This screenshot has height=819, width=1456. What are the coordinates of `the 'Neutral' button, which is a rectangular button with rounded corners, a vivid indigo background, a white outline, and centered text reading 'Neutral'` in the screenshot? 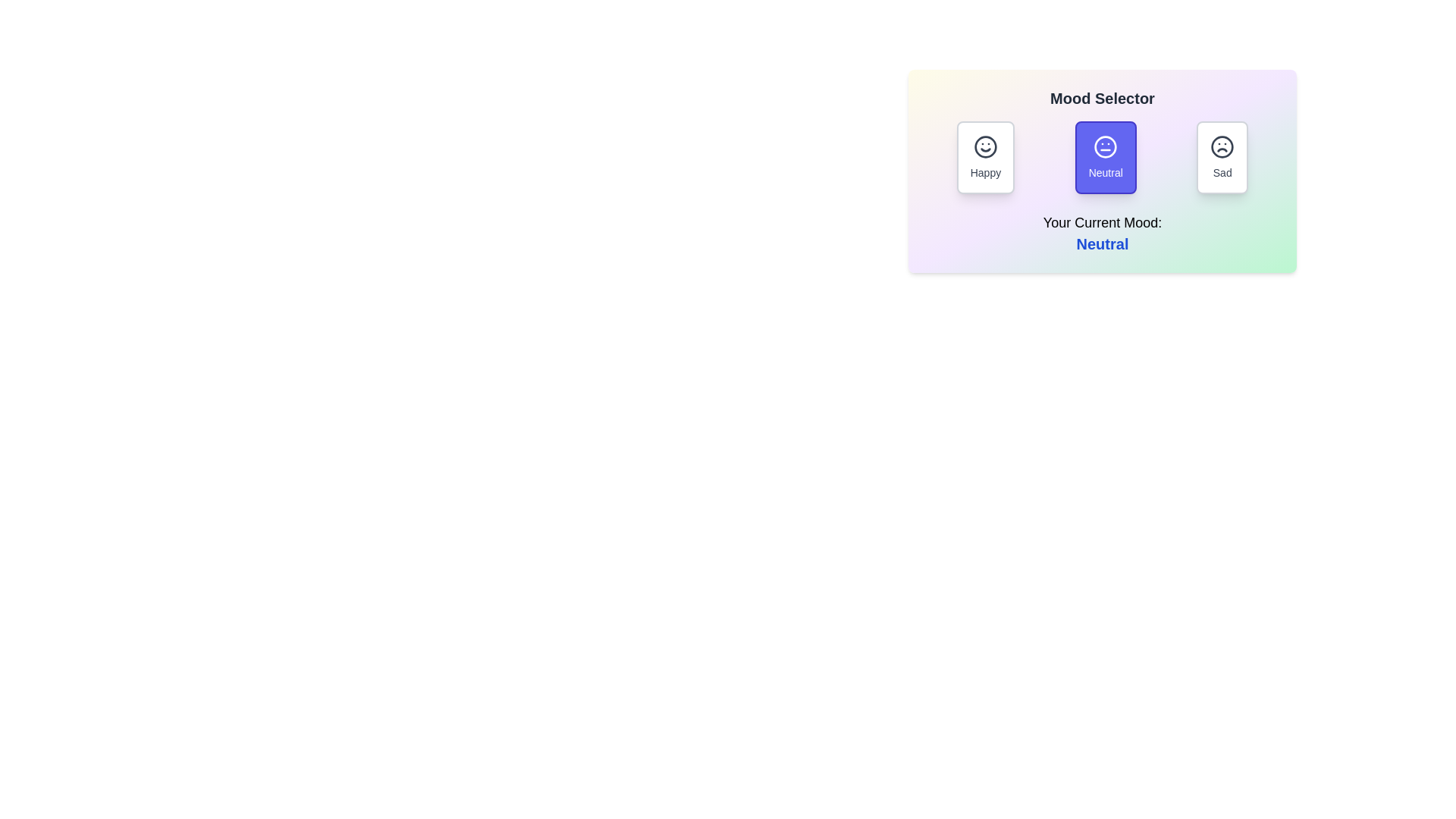 It's located at (1106, 158).